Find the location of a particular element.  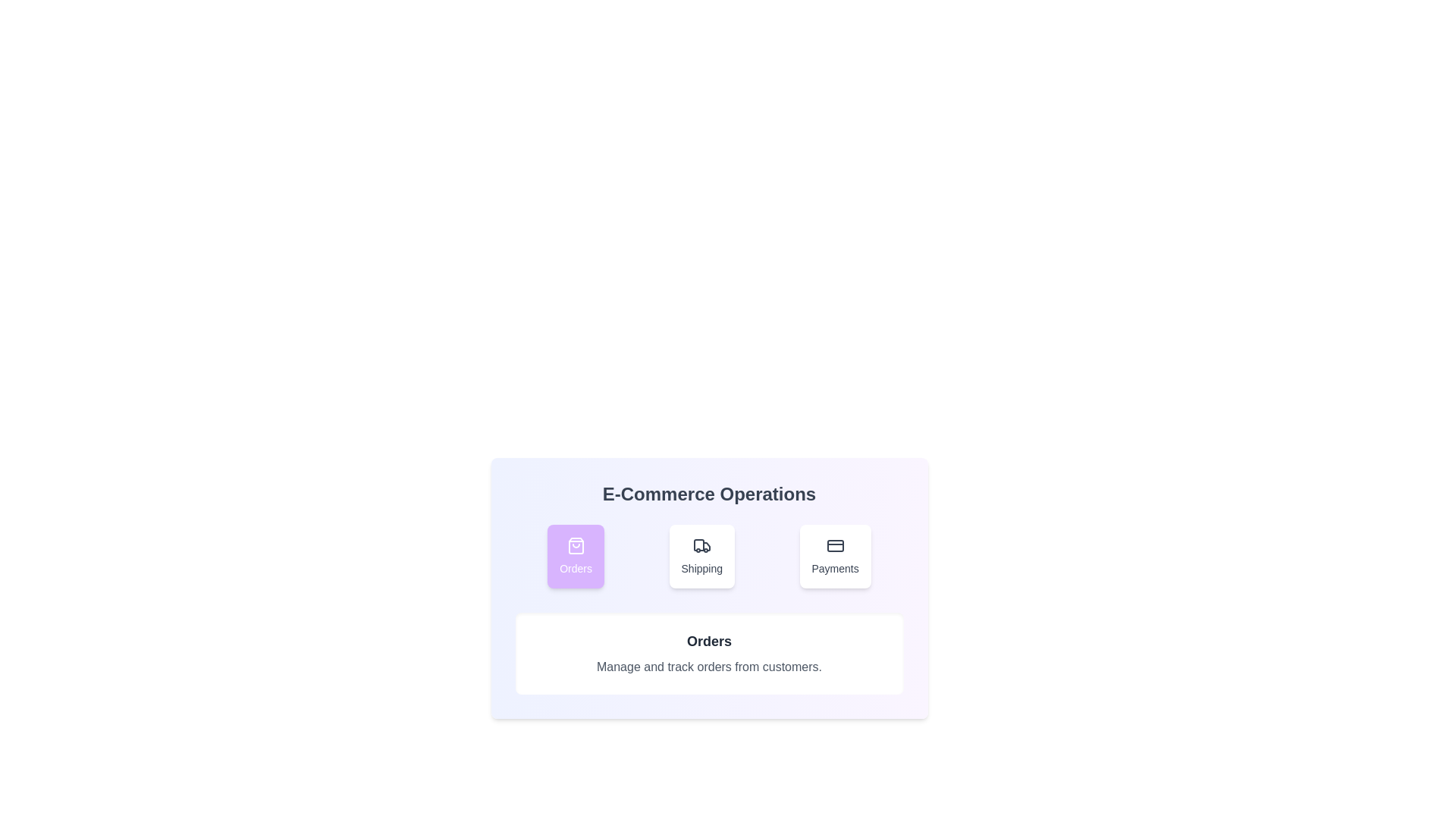

the static text label that states 'Shipping', which is located below the truck icon in the E-Commerce Operations panel is located at coordinates (701, 568).